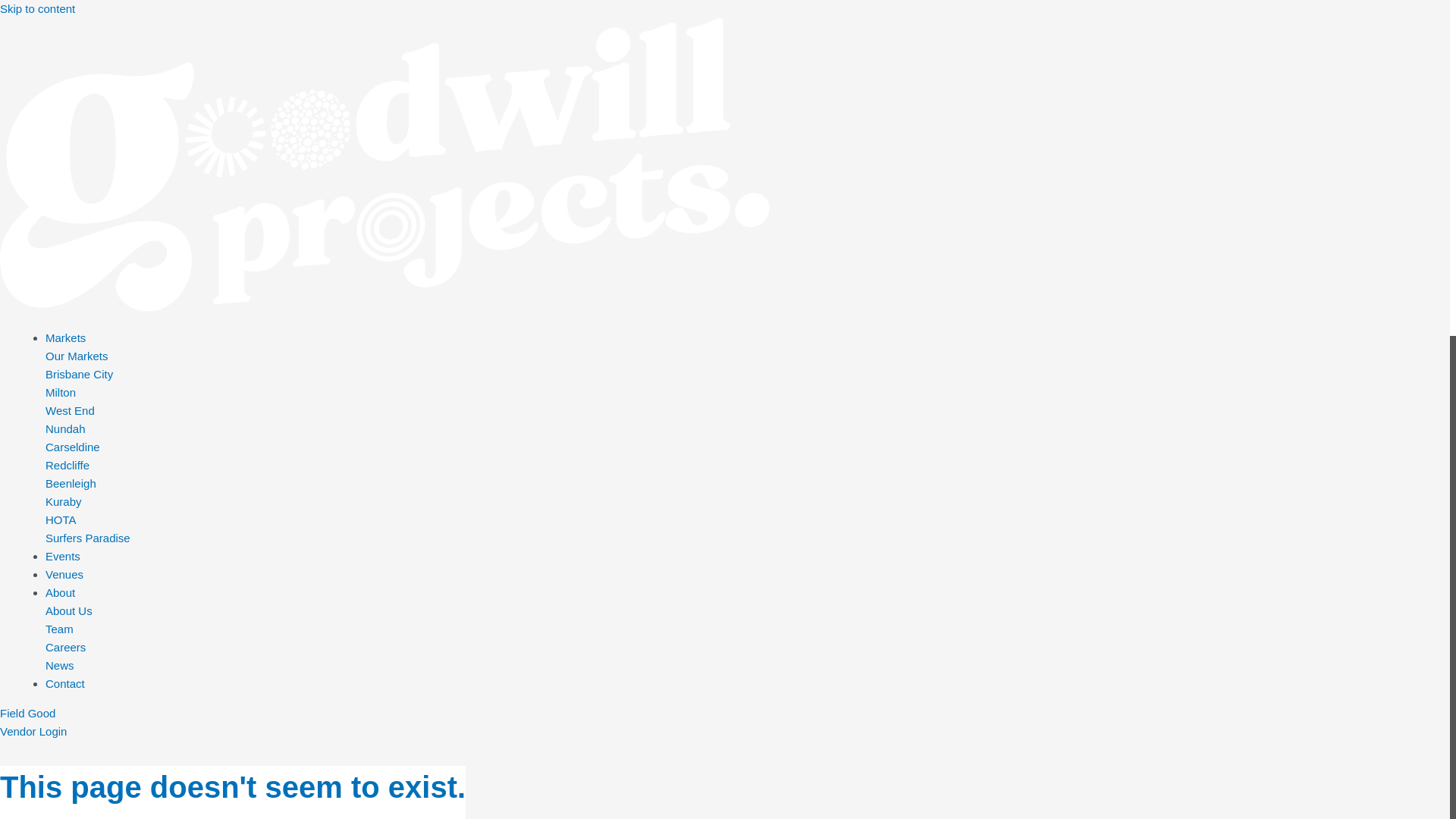 The width and height of the screenshot is (1456, 819). What do you see at coordinates (45, 647) in the screenshot?
I see `'Careers'` at bounding box center [45, 647].